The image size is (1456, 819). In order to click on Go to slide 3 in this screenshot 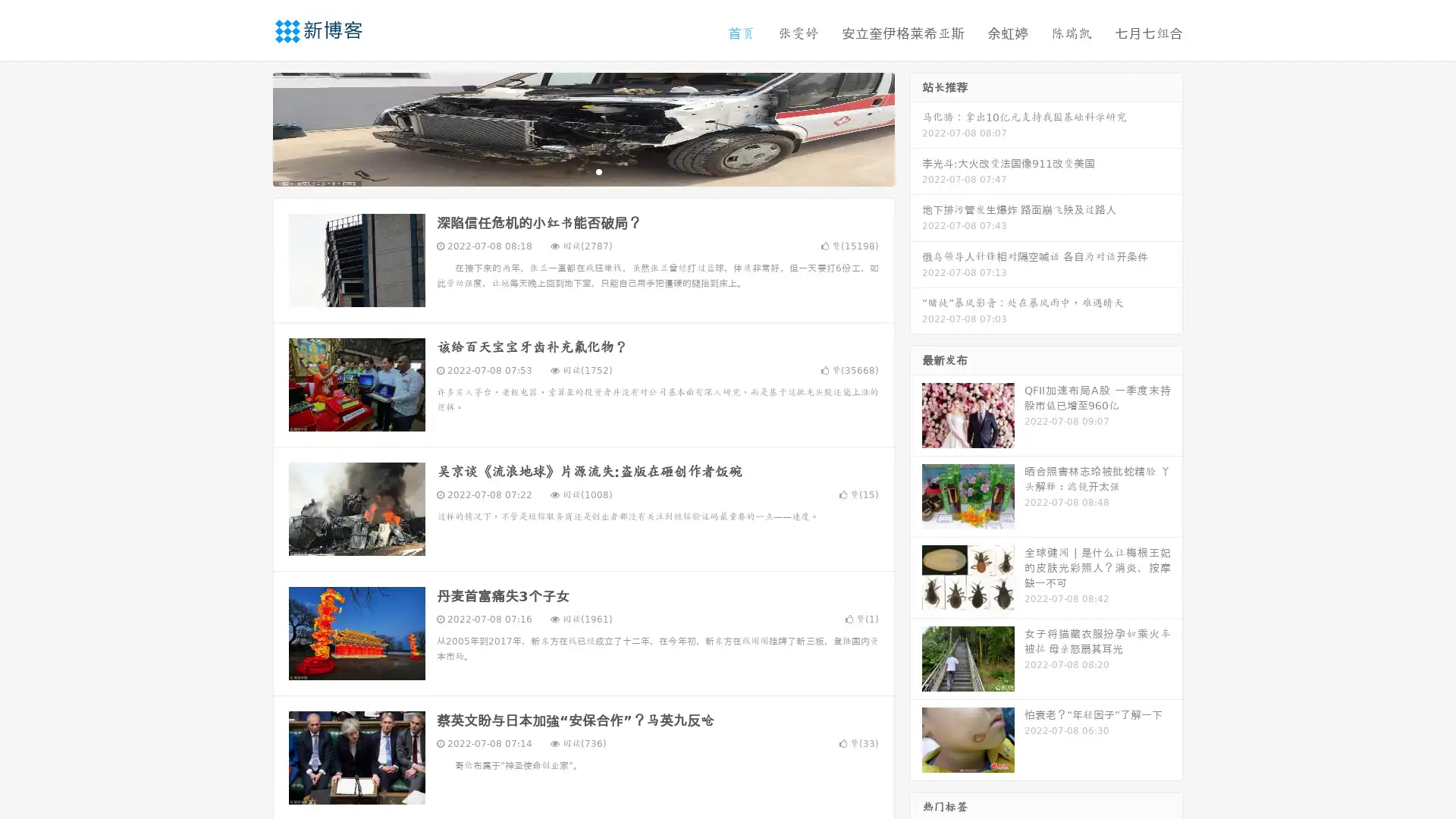, I will do `click(598, 171)`.